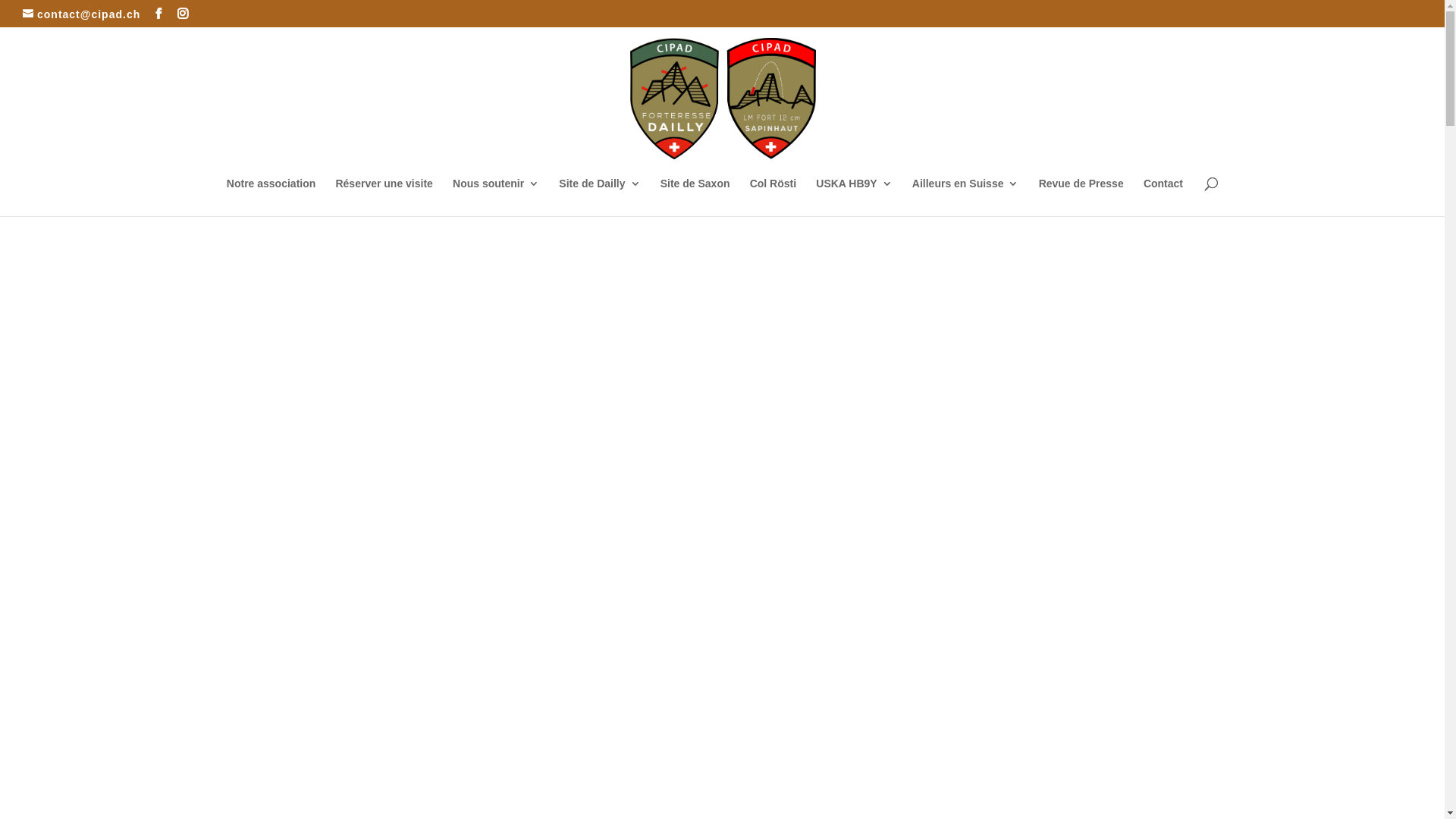 Image resolution: width=1456 pixels, height=819 pixels. What do you see at coordinates (1163, 196) in the screenshot?
I see `'Contact'` at bounding box center [1163, 196].